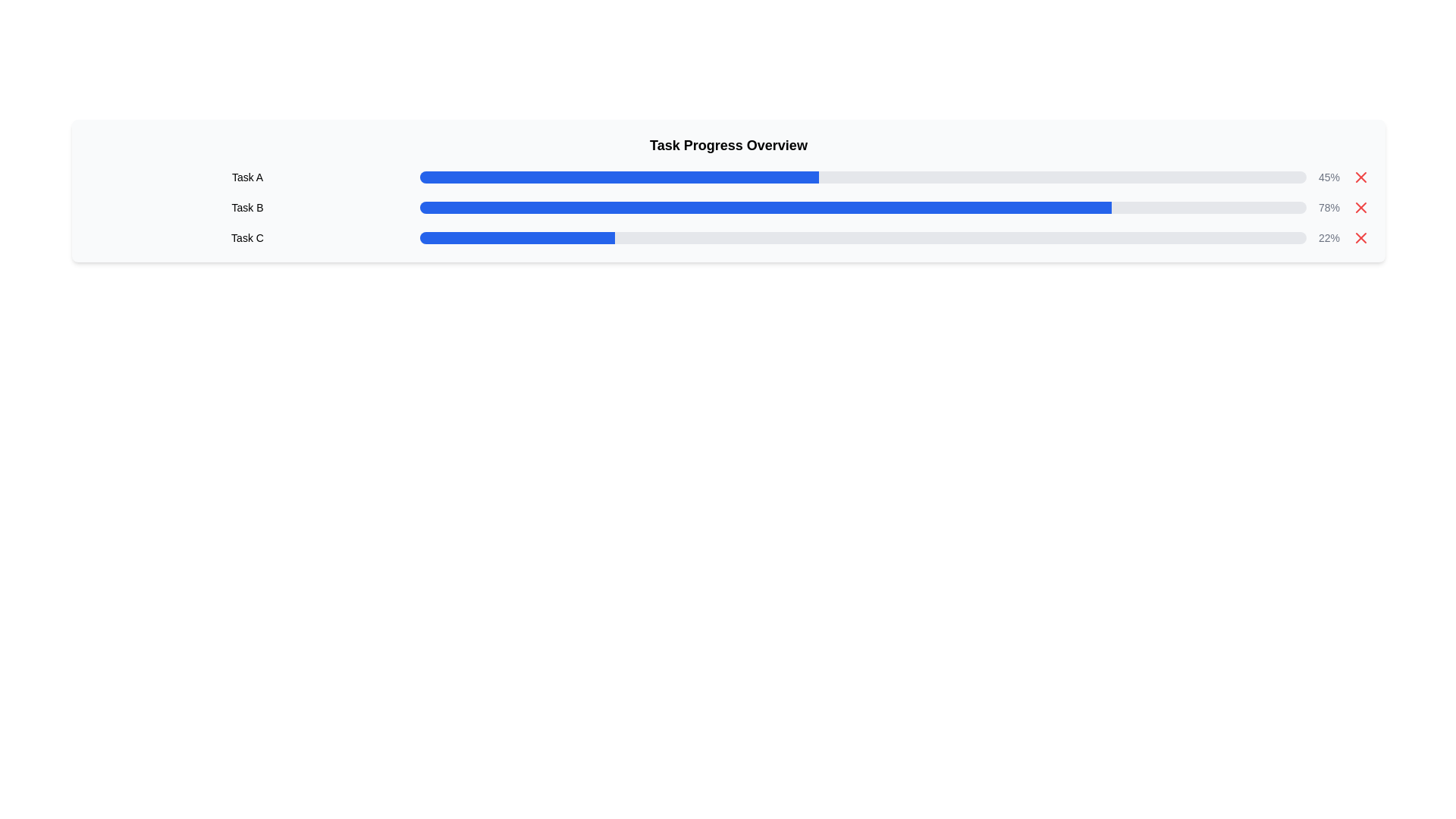  What do you see at coordinates (247, 177) in the screenshot?
I see `text from the Text Label that serves as the title or label identifying a specific task, positioned at the left side of the horizontal row layout, before the progress bar and percentage indicators` at bounding box center [247, 177].